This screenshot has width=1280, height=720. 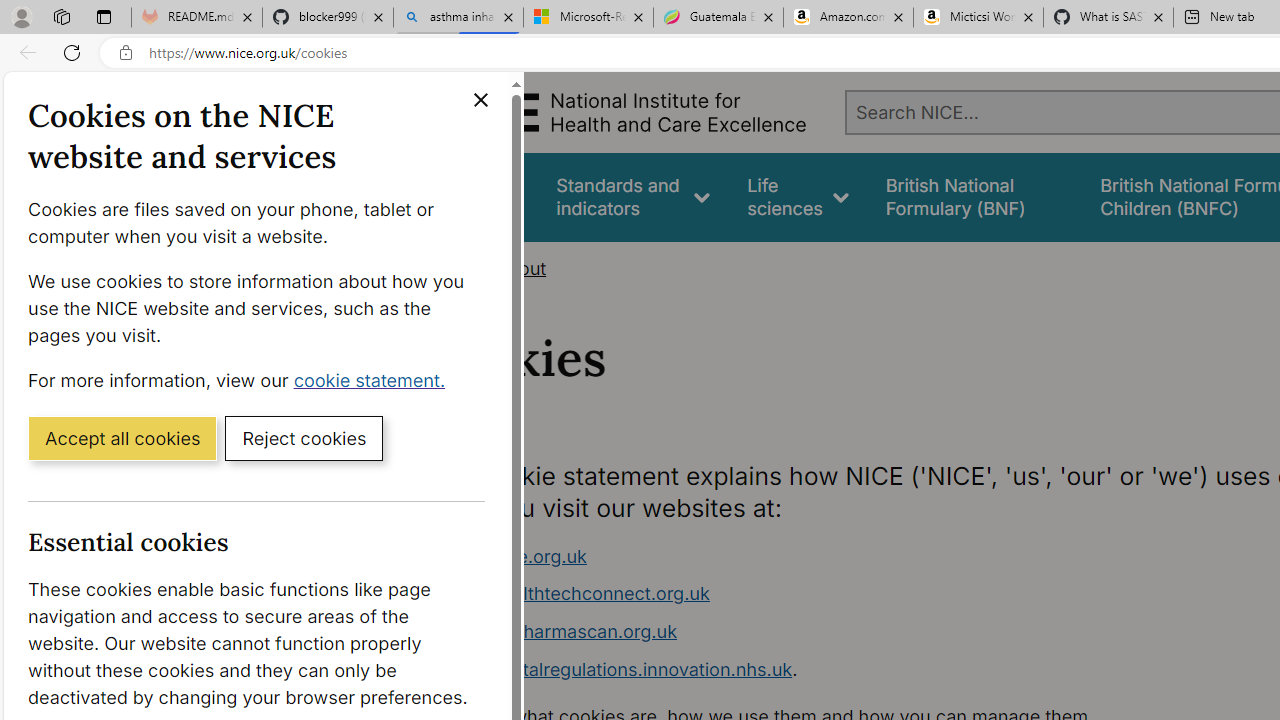 What do you see at coordinates (457, 17) in the screenshot?
I see `'asthma inhaler - Search'` at bounding box center [457, 17].